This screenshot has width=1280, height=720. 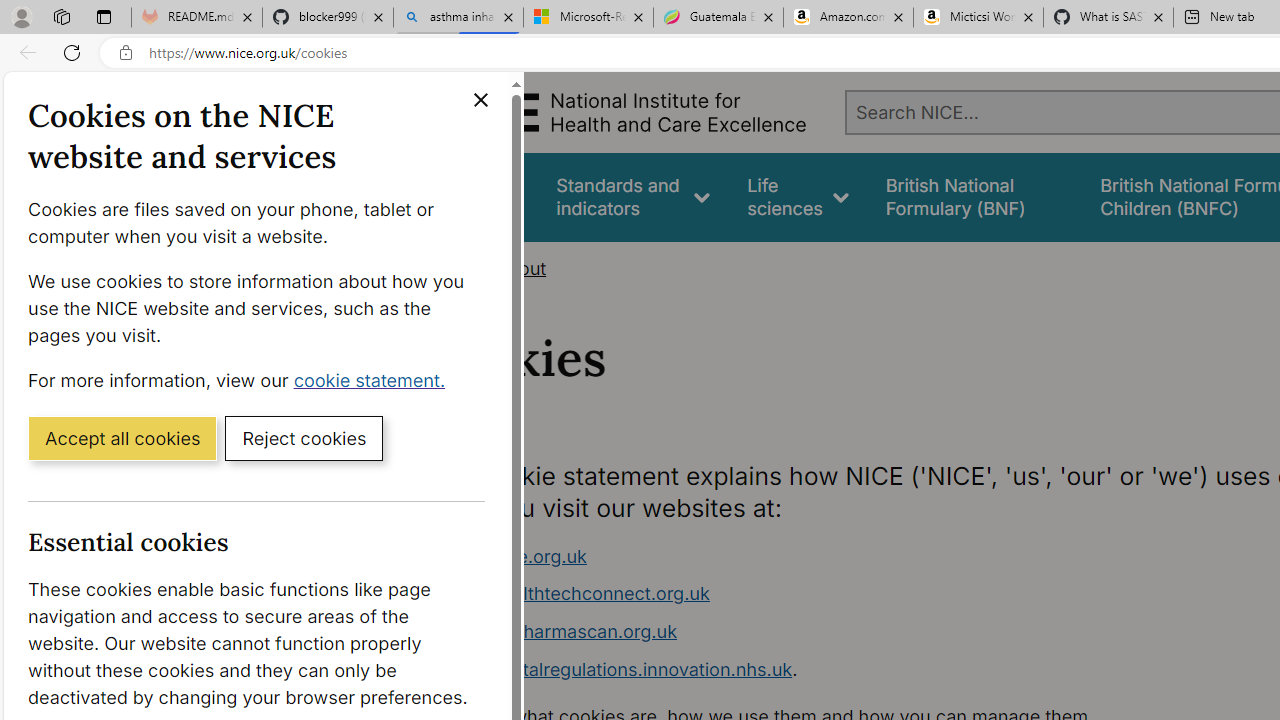 What do you see at coordinates (457, 17) in the screenshot?
I see `'asthma inhaler - Search'` at bounding box center [457, 17].